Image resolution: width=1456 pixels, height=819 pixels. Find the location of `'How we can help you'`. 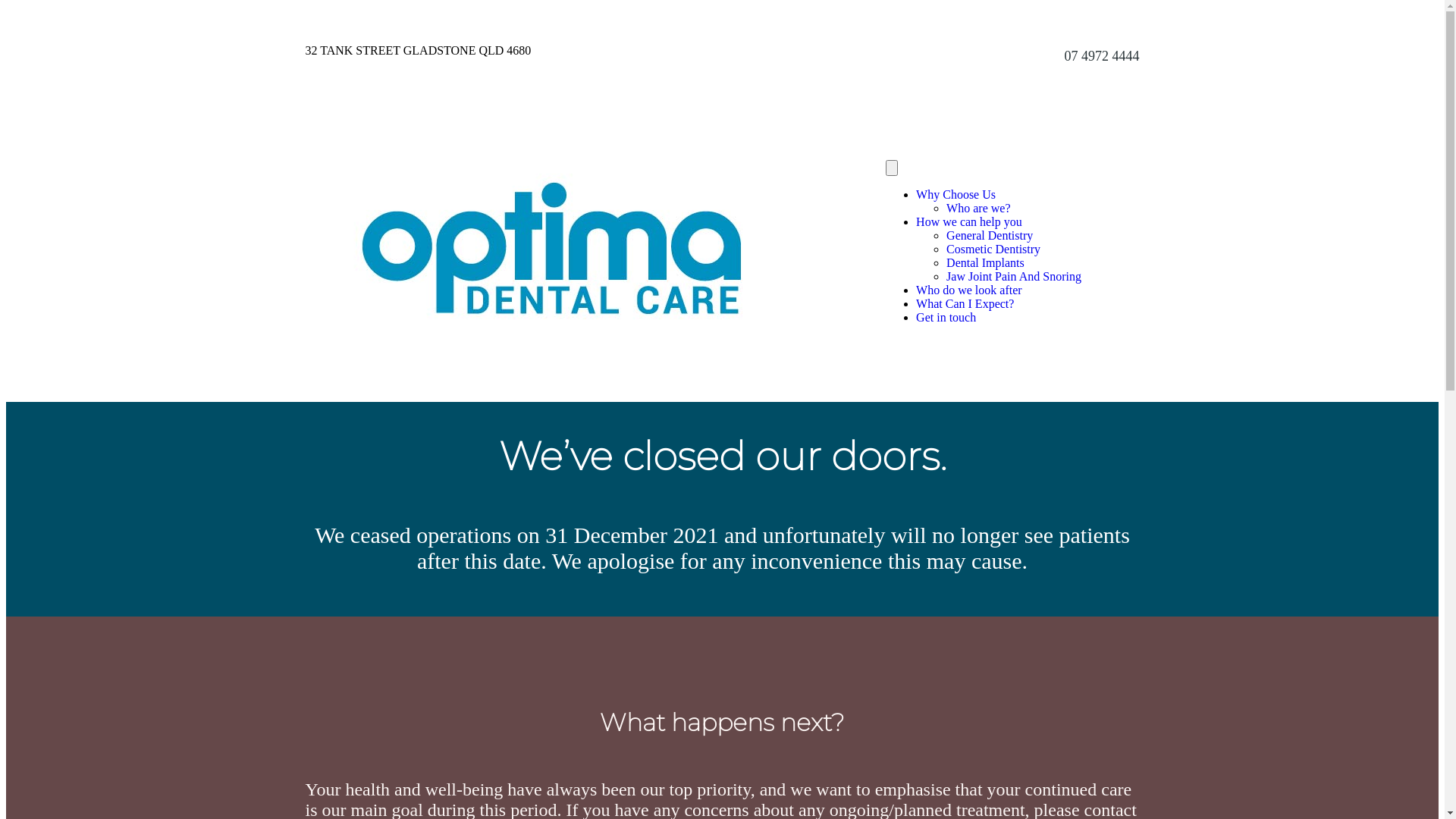

'How we can help you' is located at coordinates (968, 221).